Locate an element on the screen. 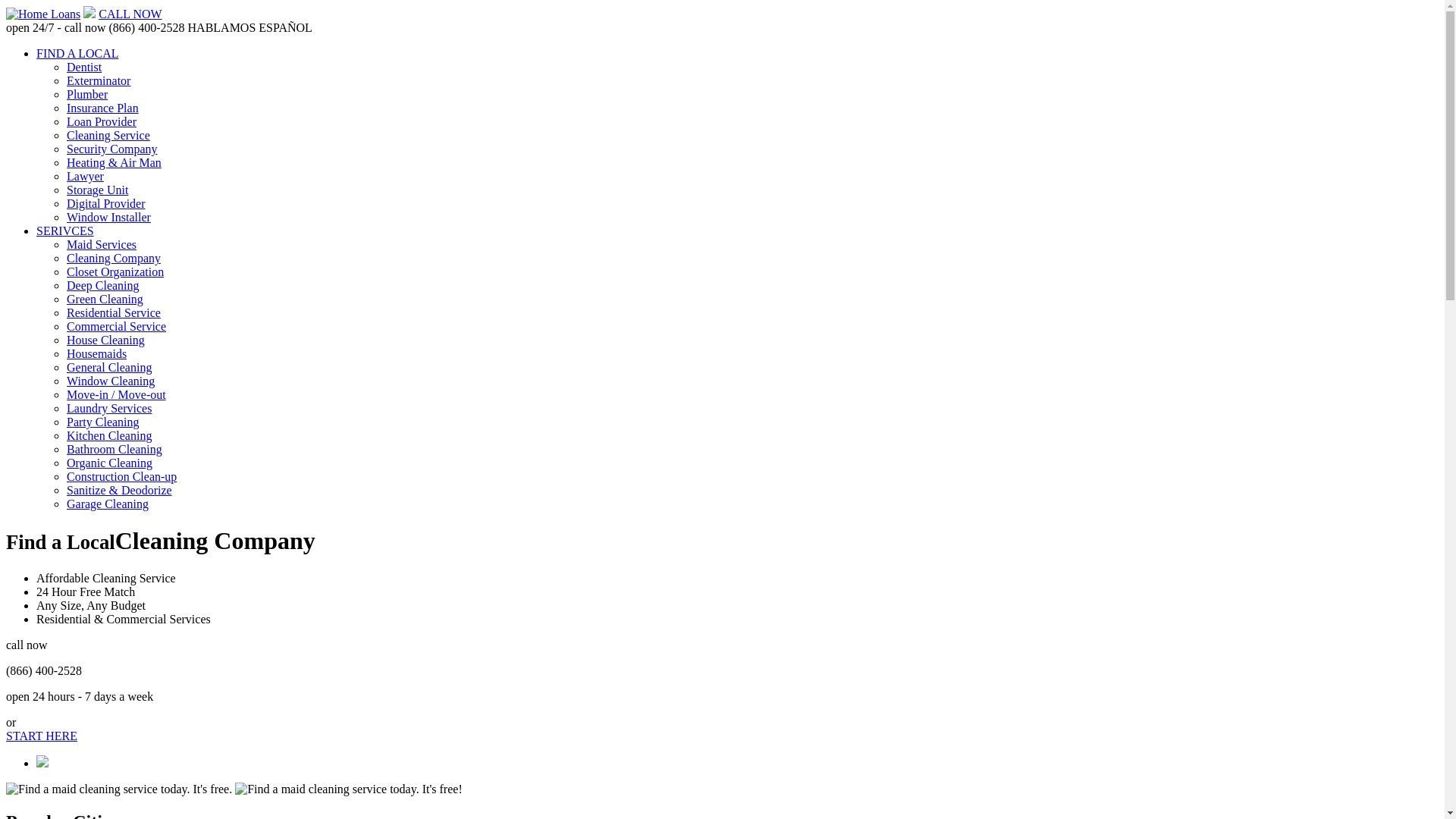  'Sanitize & Deodorize' is located at coordinates (118, 490).